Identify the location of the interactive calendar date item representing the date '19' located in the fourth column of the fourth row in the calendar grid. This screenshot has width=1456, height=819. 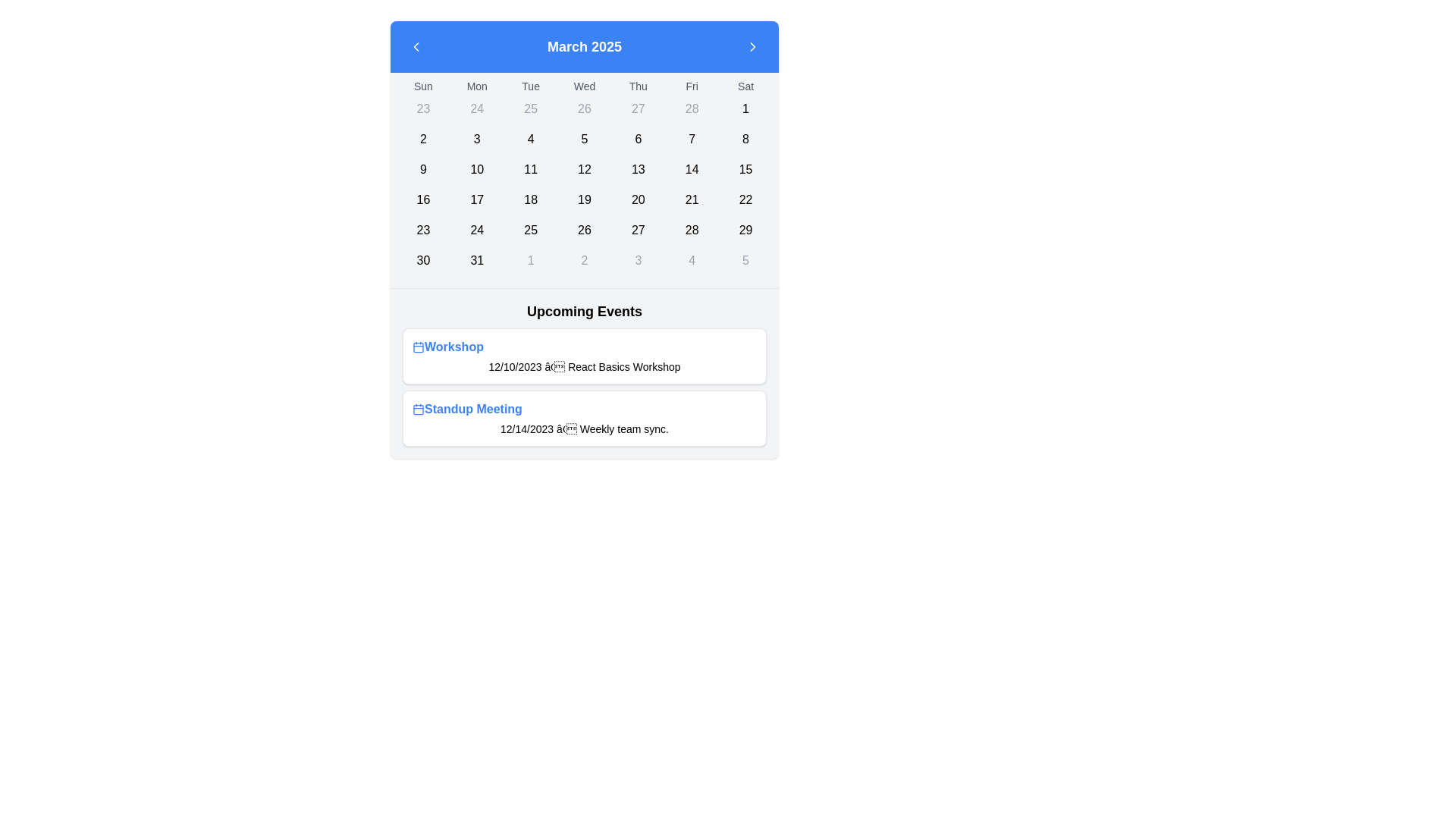
(584, 199).